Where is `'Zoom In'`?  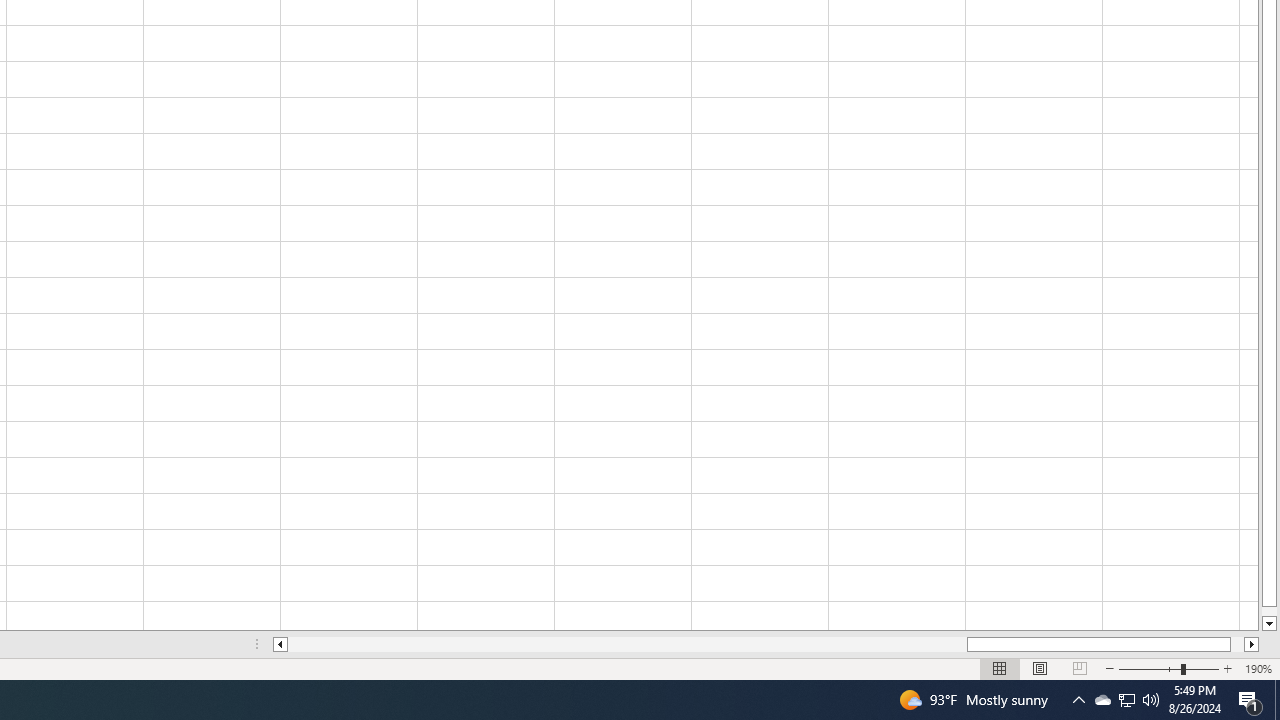 'Zoom In' is located at coordinates (1226, 669).